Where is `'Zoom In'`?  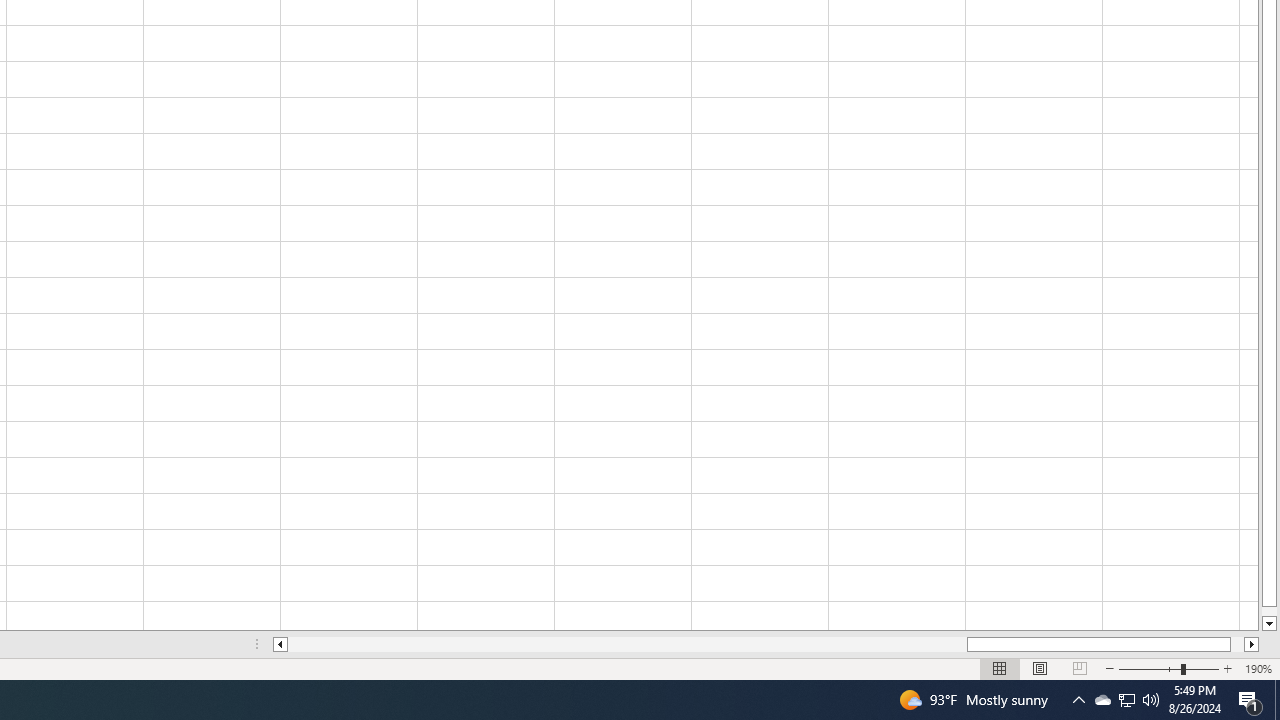 'Zoom In' is located at coordinates (1226, 669).